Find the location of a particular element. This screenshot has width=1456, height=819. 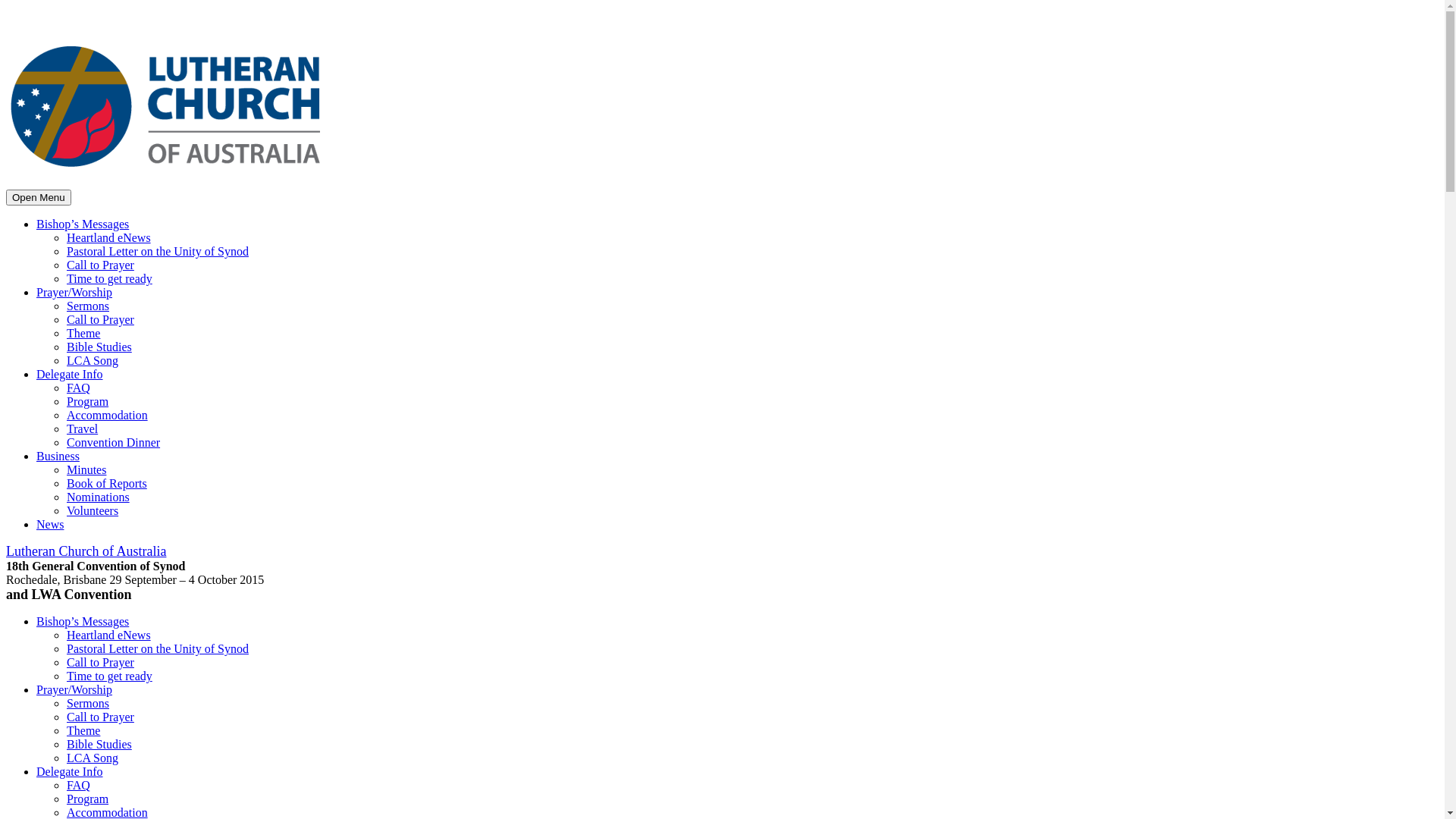

'Lutheran Church of Australia' is located at coordinates (85, 551).